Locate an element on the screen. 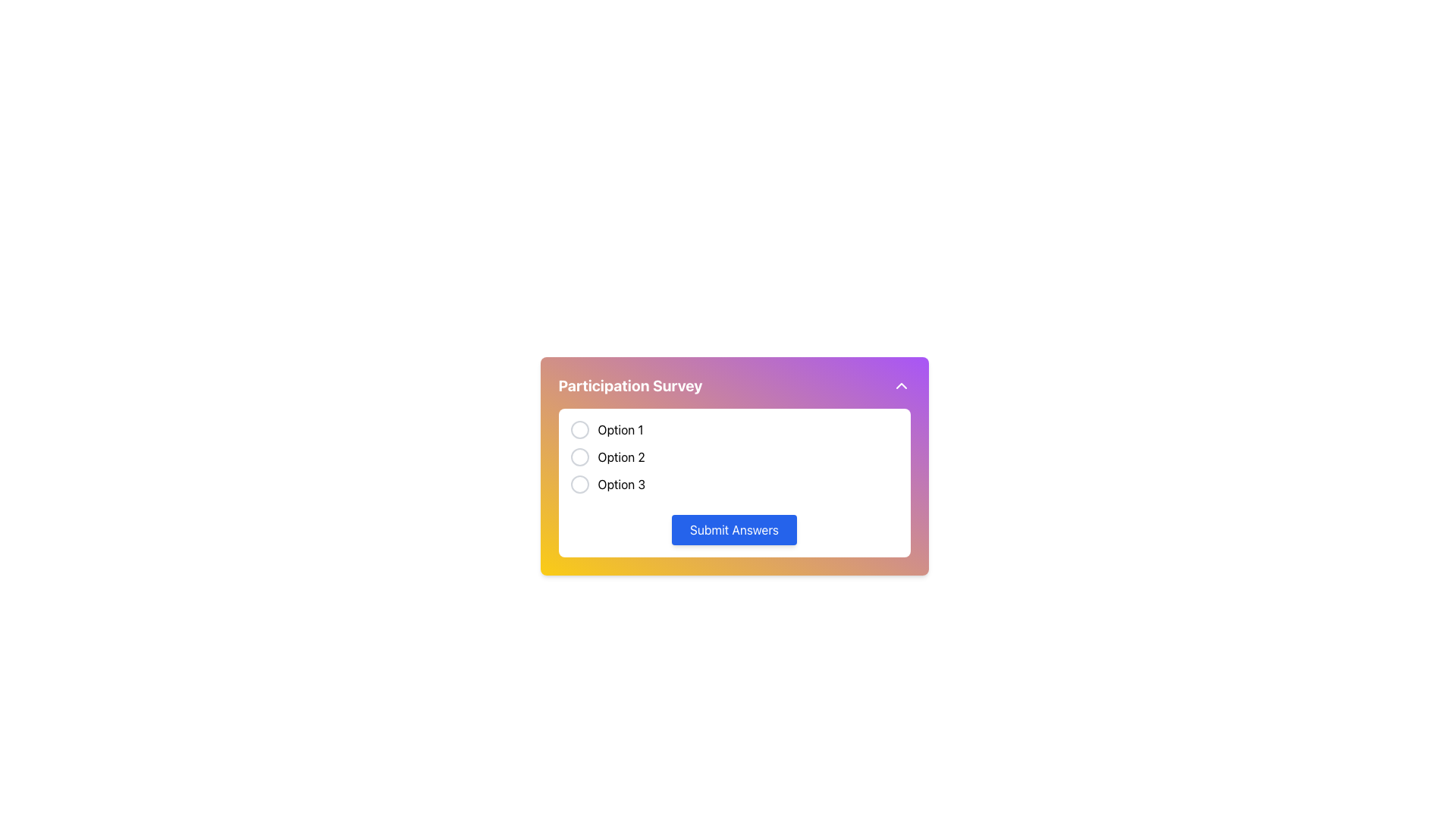 The height and width of the screenshot is (819, 1456). the circular radio button with a thin gray border located to the left of the text 'Option 3' for visual feedback is located at coordinates (579, 485).